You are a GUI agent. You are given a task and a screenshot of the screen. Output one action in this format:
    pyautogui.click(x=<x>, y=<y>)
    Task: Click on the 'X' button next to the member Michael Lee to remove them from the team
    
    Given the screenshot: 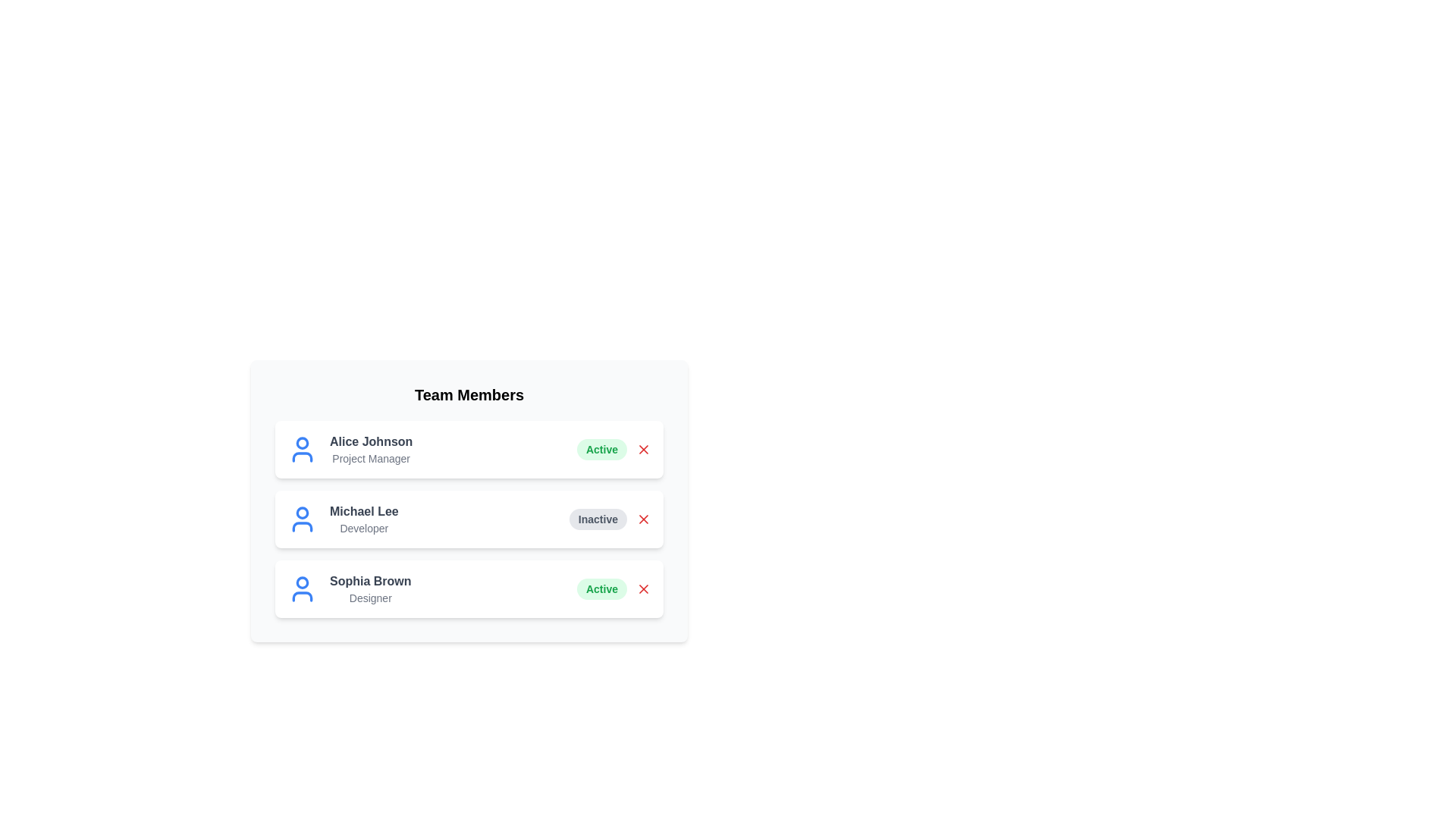 What is the action you would take?
    pyautogui.click(x=644, y=519)
    